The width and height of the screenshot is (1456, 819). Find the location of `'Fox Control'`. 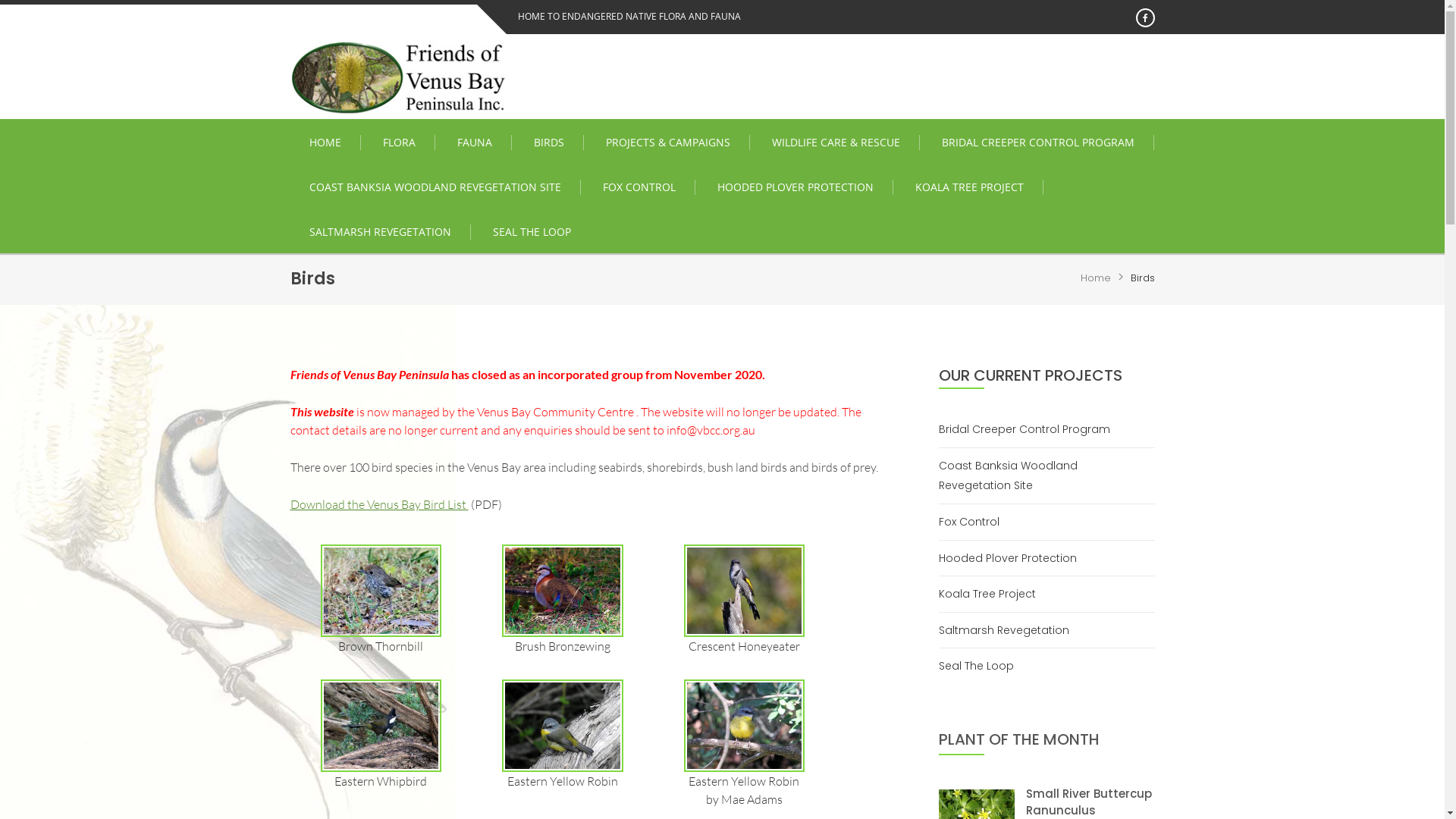

'Fox Control' is located at coordinates (974, 521).